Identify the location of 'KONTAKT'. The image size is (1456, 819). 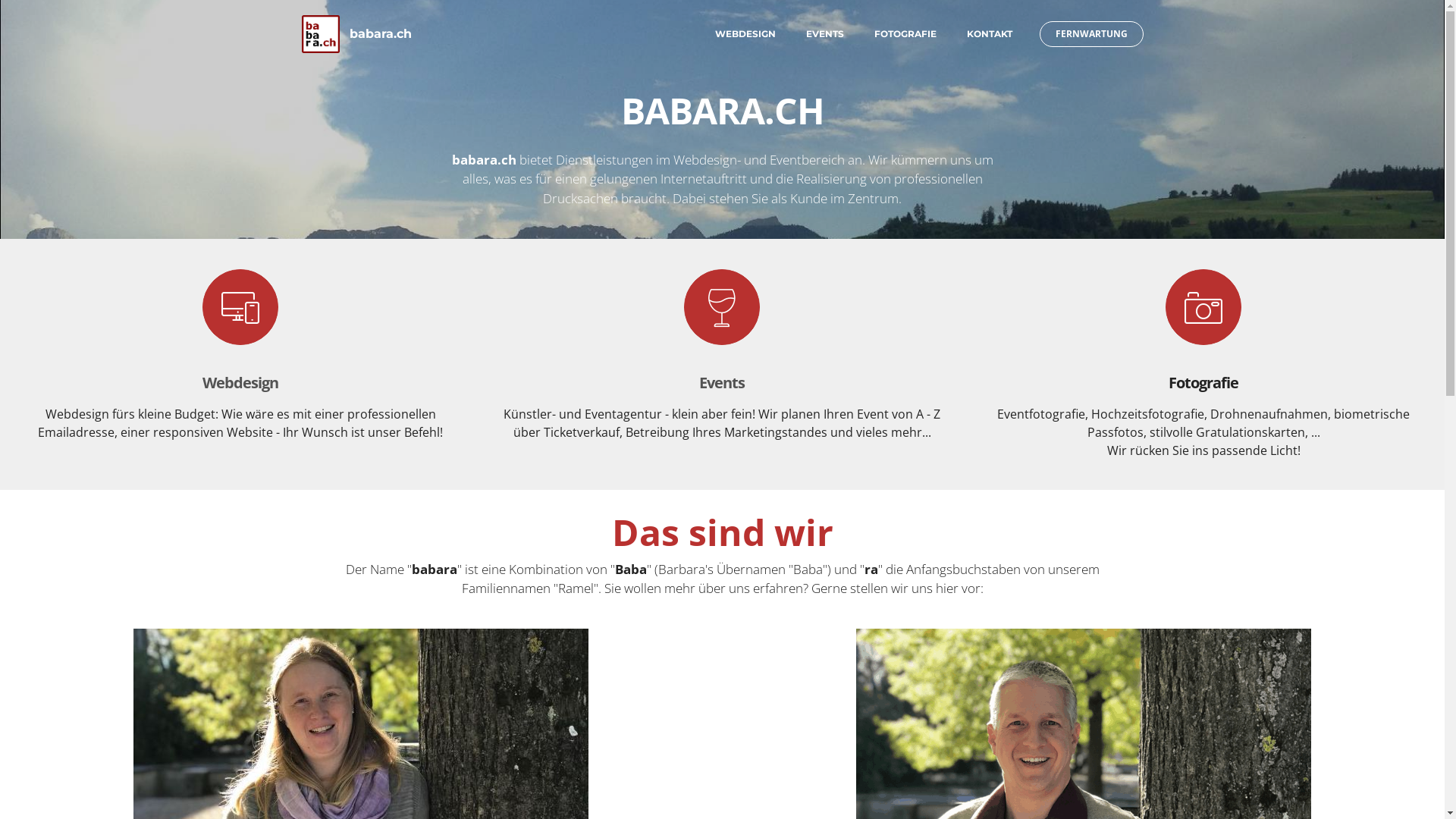
(965, 34).